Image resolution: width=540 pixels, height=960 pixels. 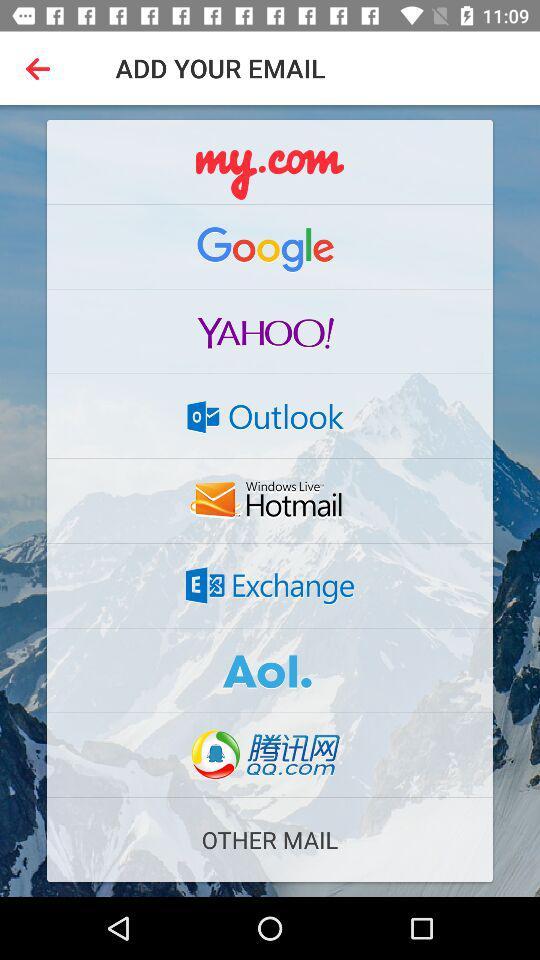 What do you see at coordinates (270, 161) in the screenshot?
I see `mycom above google` at bounding box center [270, 161].